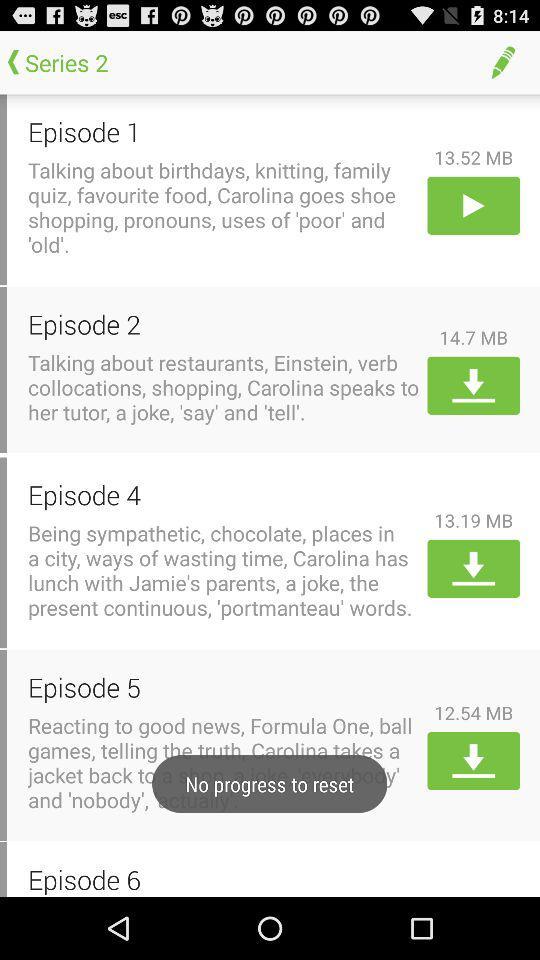  Describe the element at coordinates (223, 130) in the screenshot. I see `the icon above talking about birthdays icon` at that location.